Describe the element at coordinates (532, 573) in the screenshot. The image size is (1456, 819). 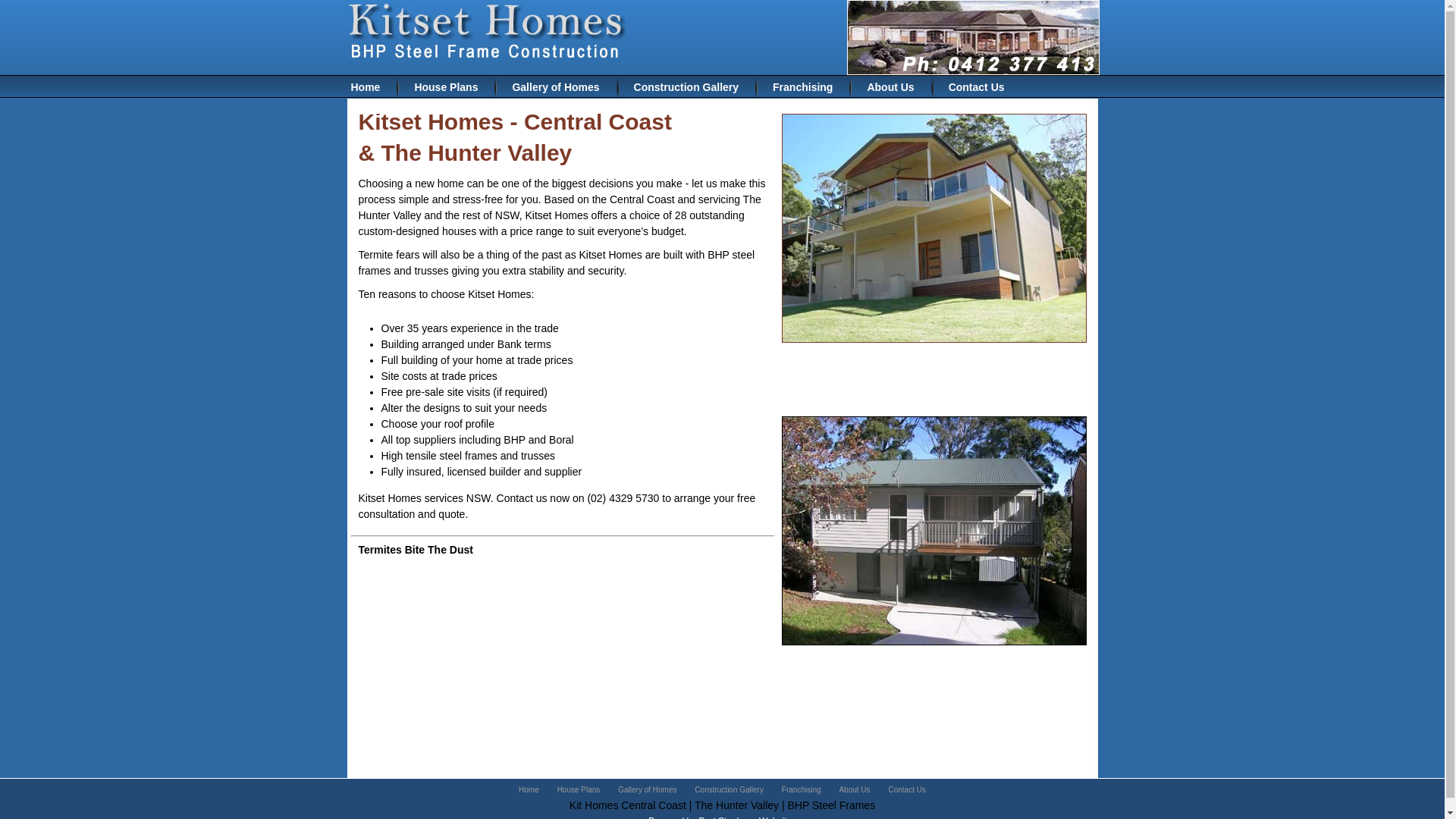
I see `'how to choose cbd hemp oil for sale'` at that location.